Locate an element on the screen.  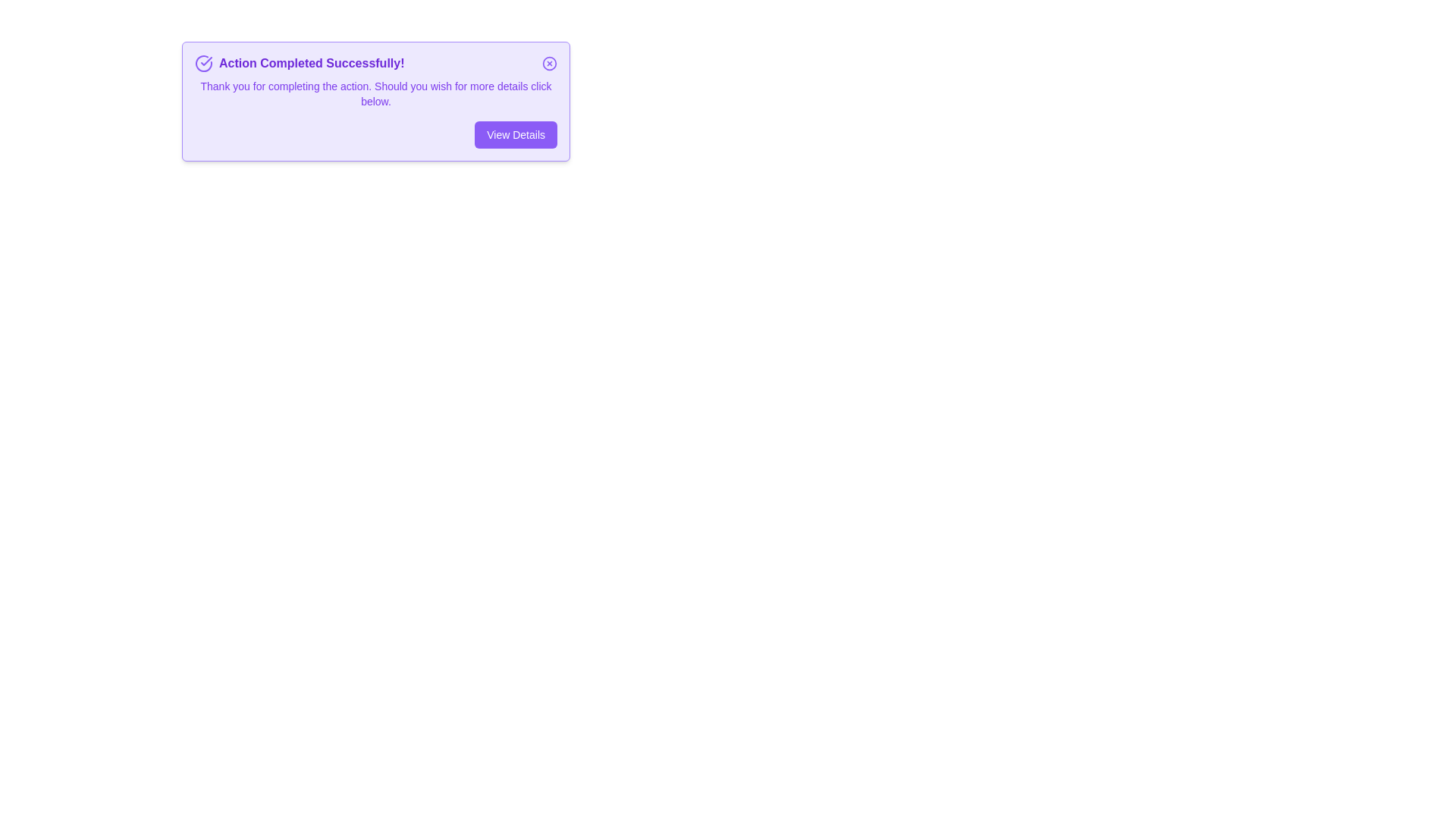
the 'View Details' button to navigate or view additional information is located at coordinates (516, 133).